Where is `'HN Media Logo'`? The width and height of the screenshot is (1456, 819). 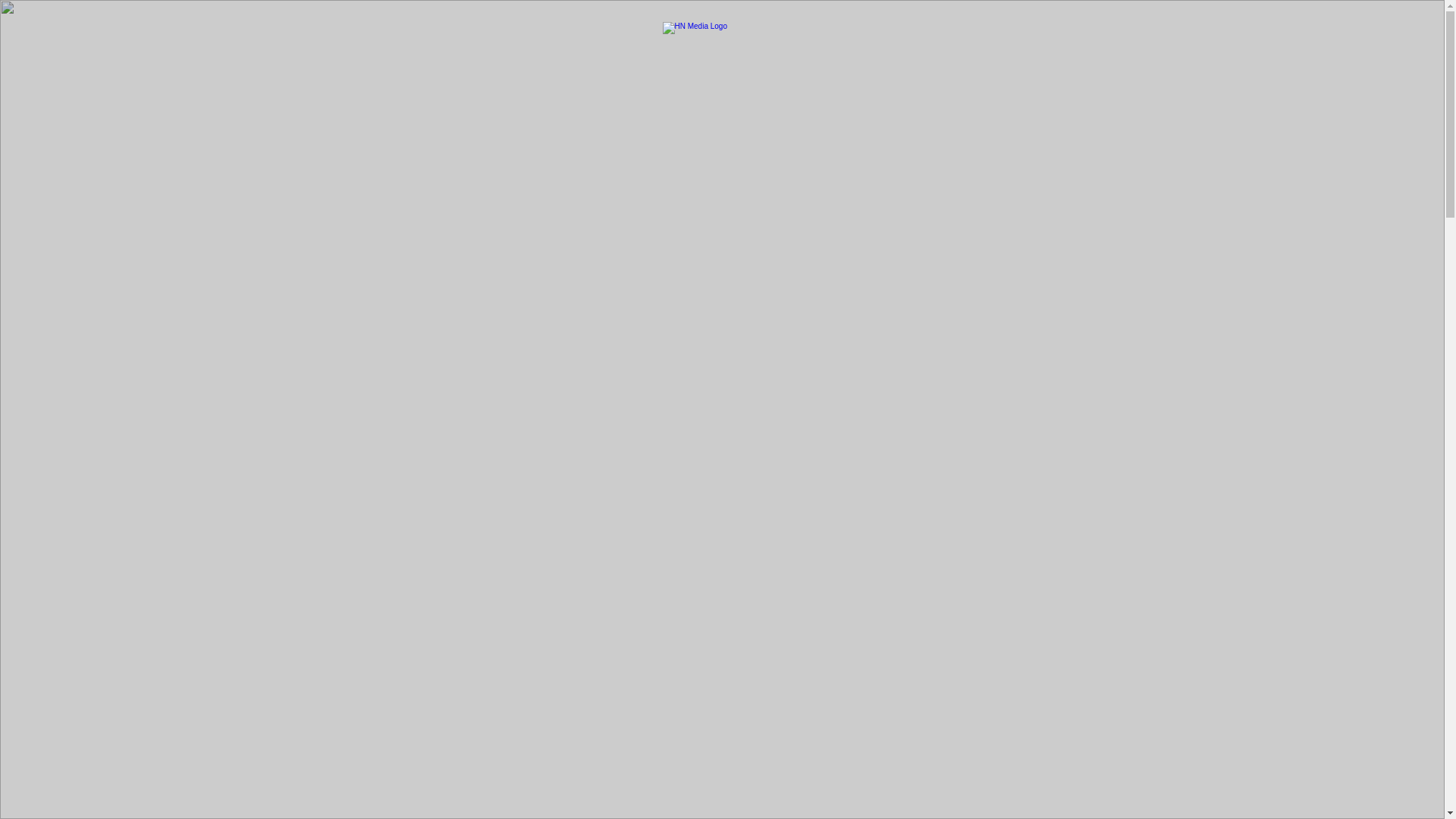 'HN Media Logo' is located at coordinates (662, 36).